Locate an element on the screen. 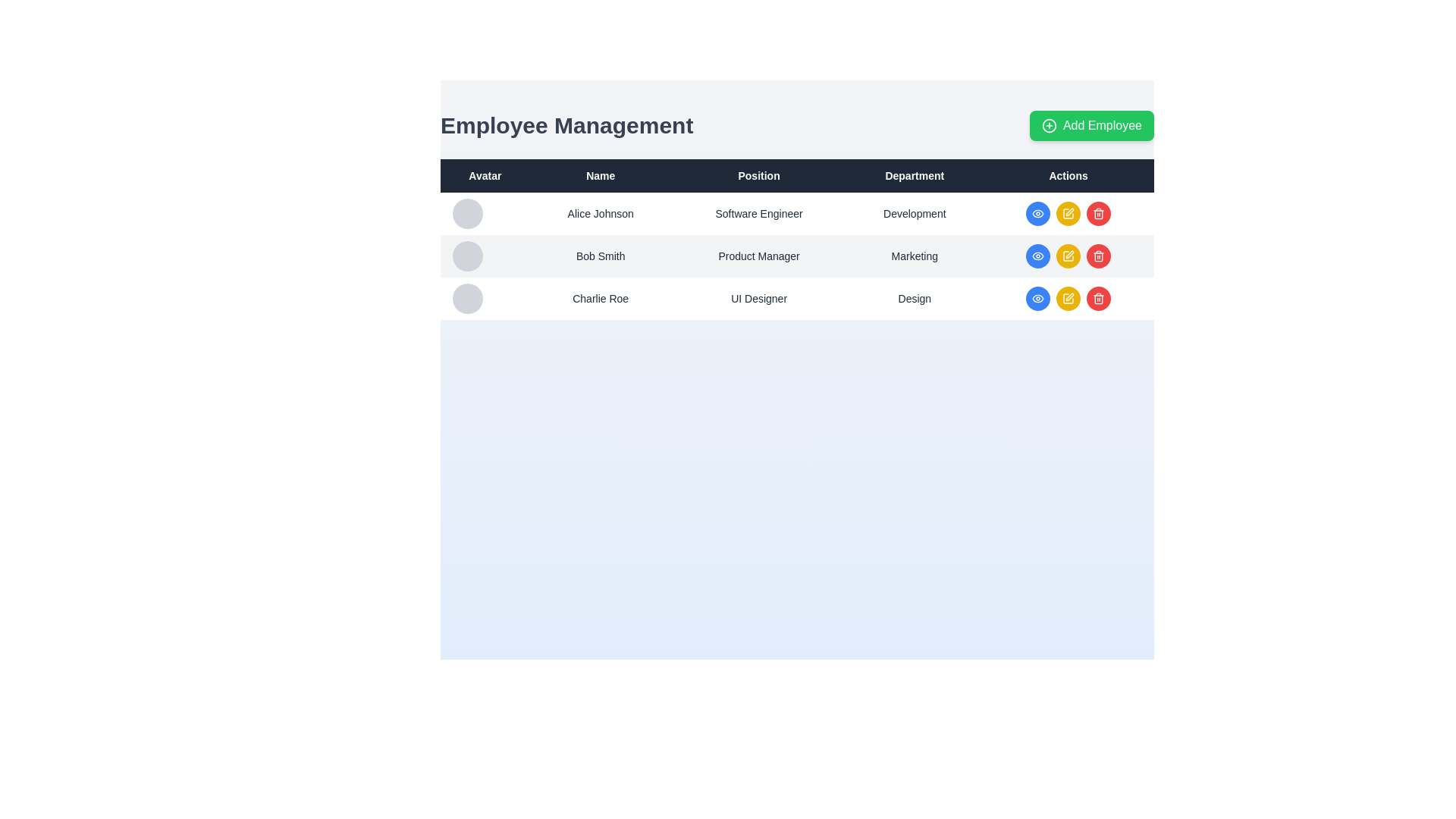  the deletion button located on the rightmost side of a row within the 'Actions' column of the table to observe any hover effects is located at coordinates (1099, 213).